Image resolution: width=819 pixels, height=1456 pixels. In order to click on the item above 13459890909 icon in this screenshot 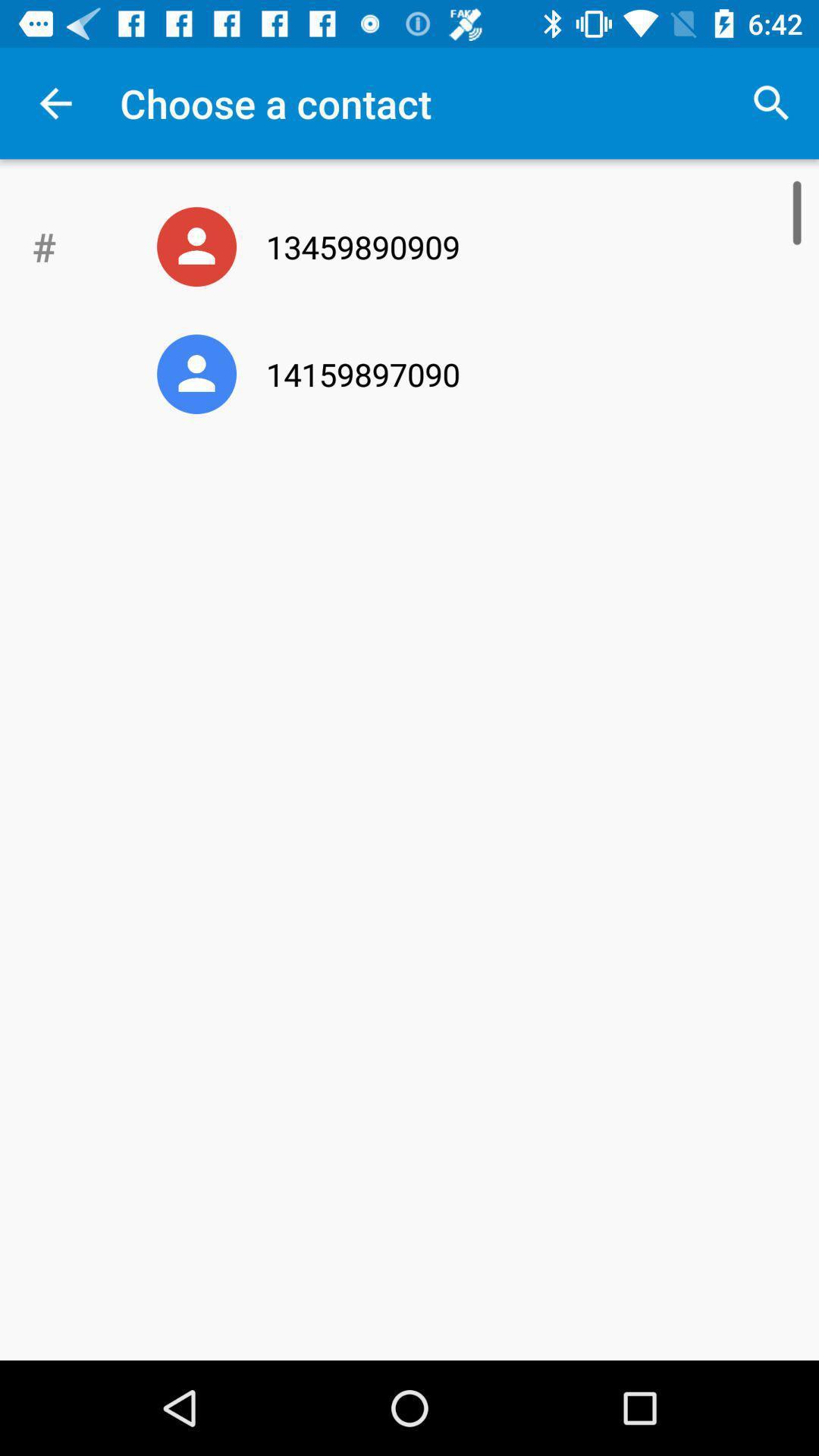, I will do `click(771, 102)`.